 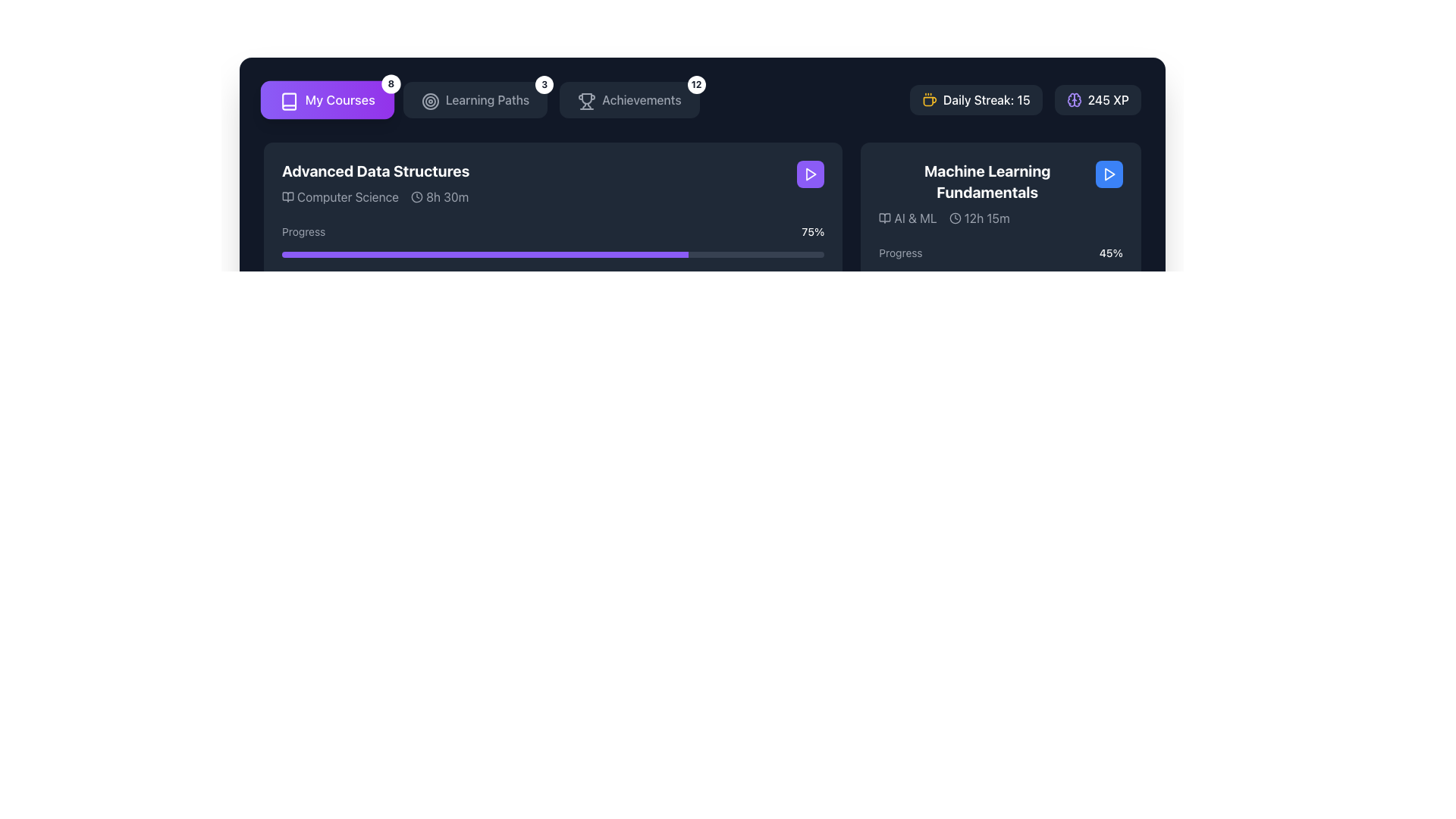 What do you see at coordinates (481, 99) in the screenshot?
I see `the 'Learning Paths' button, which features a circular target icon and is styled with a dark background` at bounding box center [481, 99].